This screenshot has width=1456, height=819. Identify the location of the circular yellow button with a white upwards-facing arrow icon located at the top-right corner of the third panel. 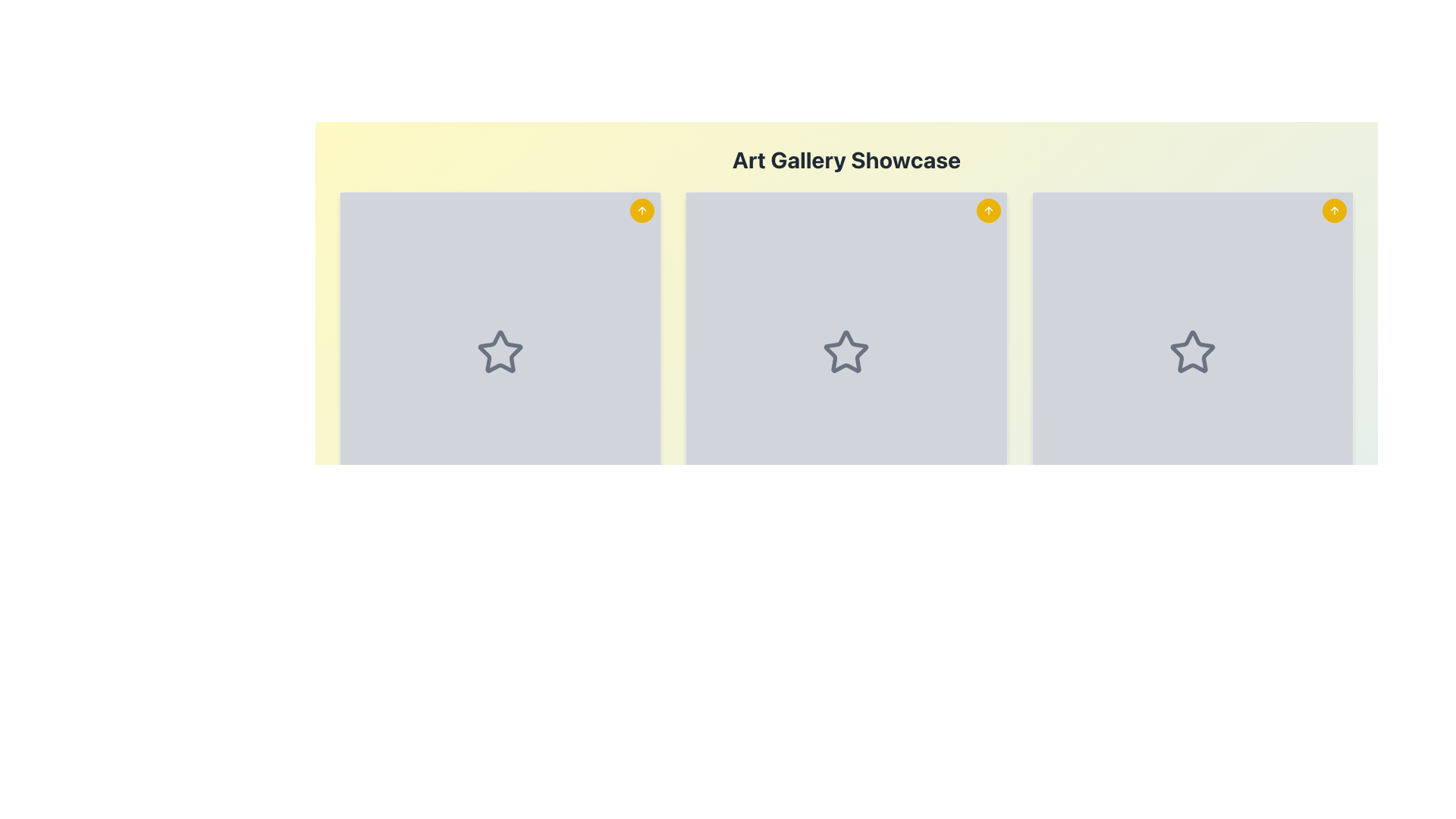
(1335, 210).